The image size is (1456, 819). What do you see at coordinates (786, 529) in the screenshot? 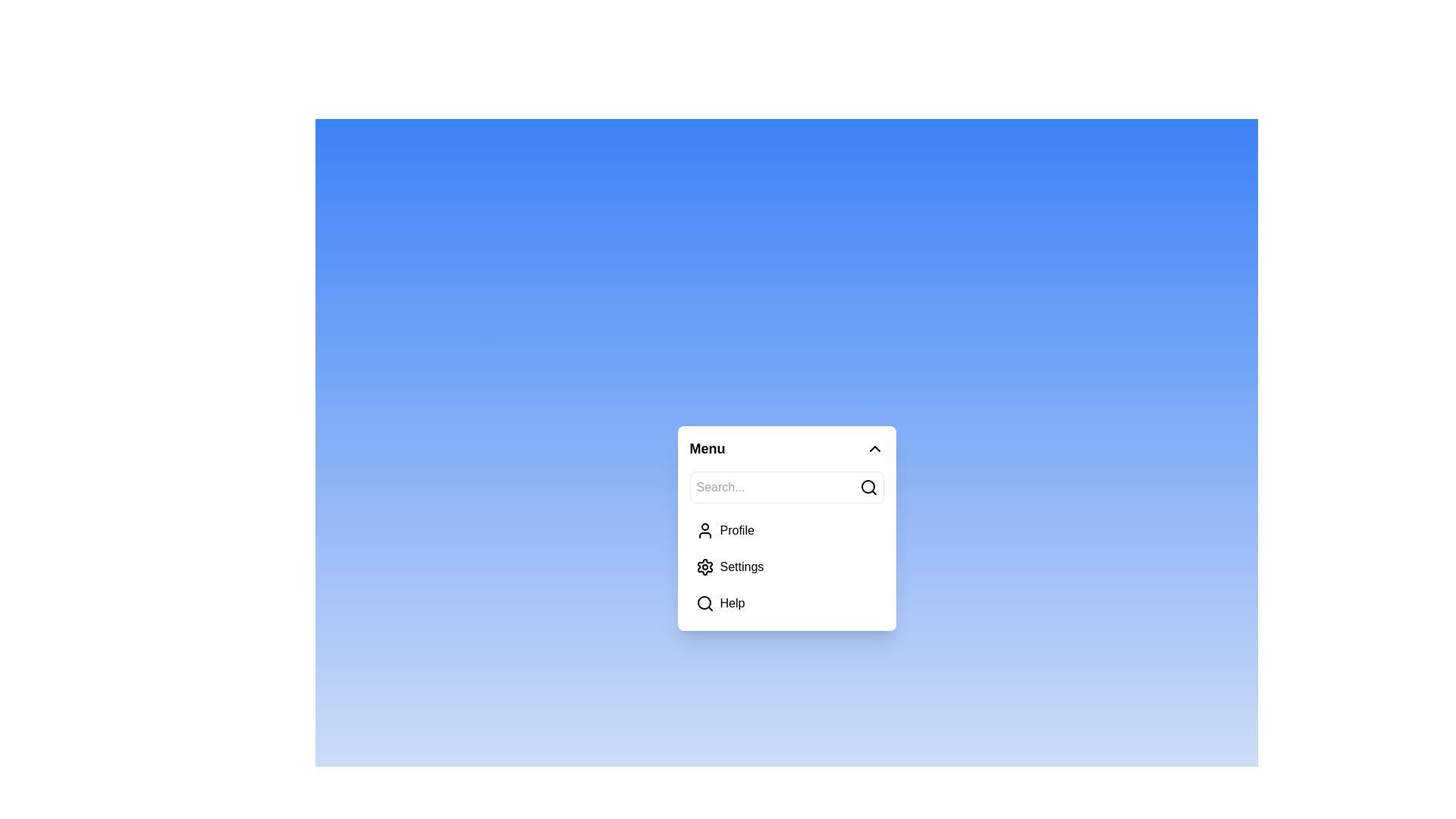
I see `the menu item Profile from the list` at bounding box center [786, 529].